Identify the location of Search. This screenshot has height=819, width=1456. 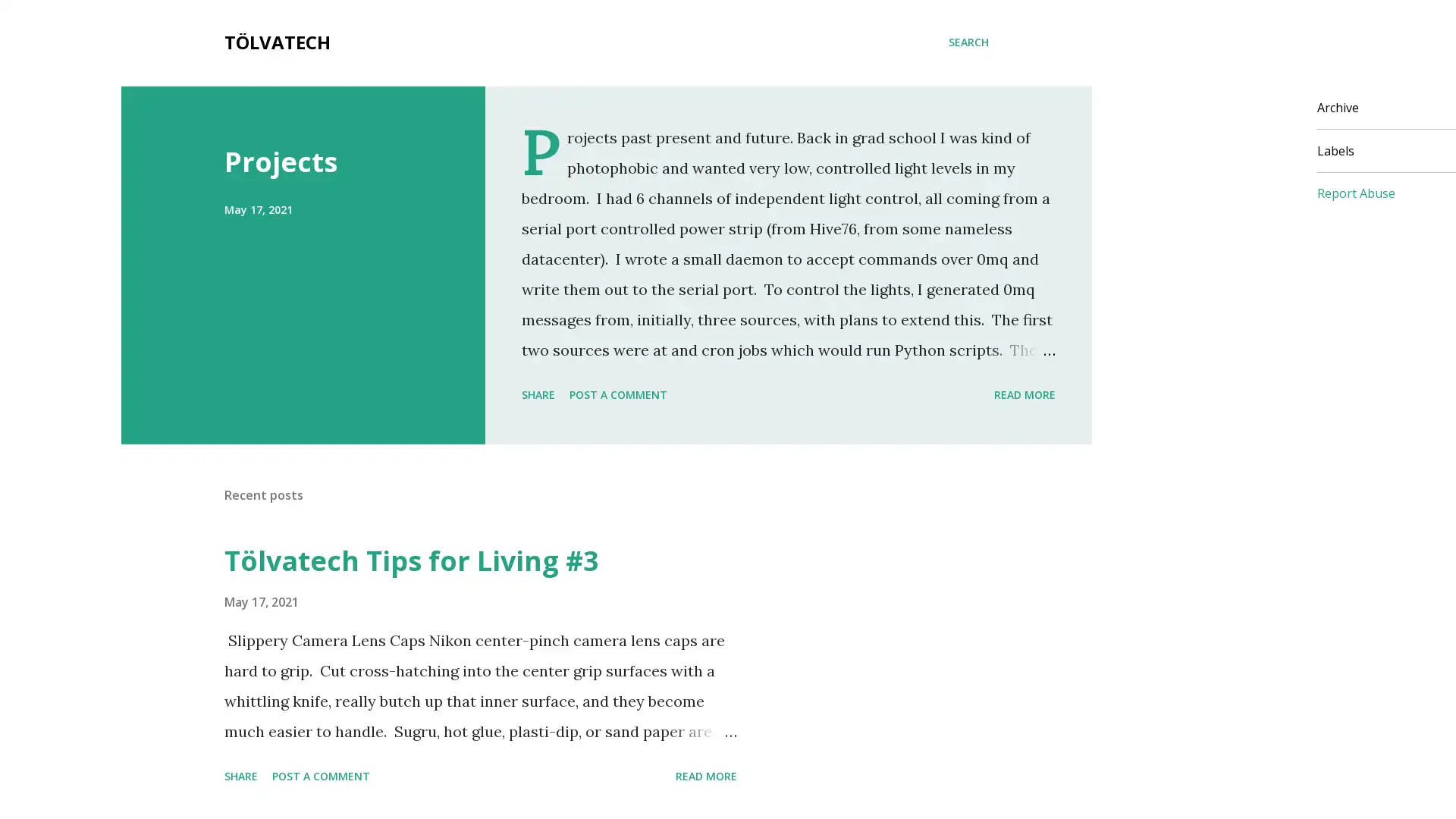
(968, 42).